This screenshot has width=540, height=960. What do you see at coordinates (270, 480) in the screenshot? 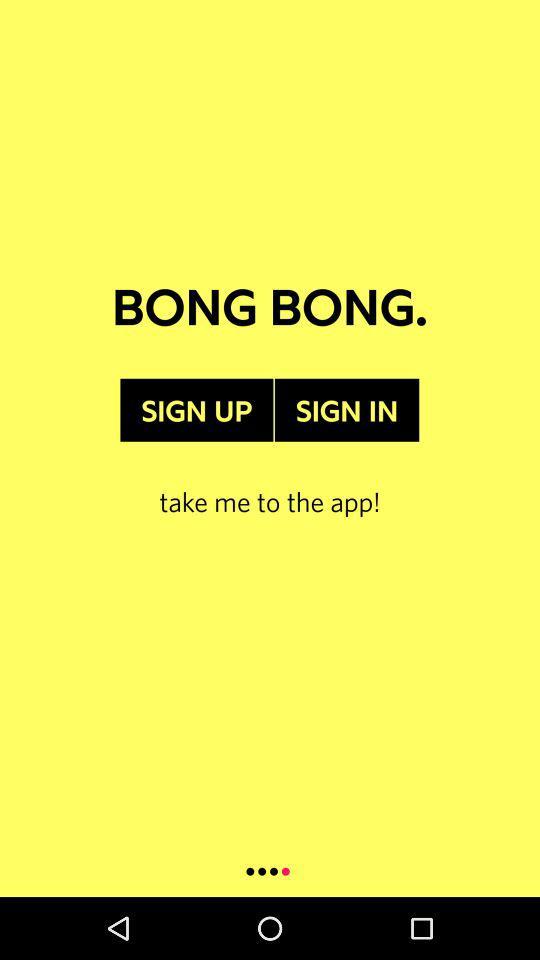
I see `the take me to` at bounding box center [270, 480].